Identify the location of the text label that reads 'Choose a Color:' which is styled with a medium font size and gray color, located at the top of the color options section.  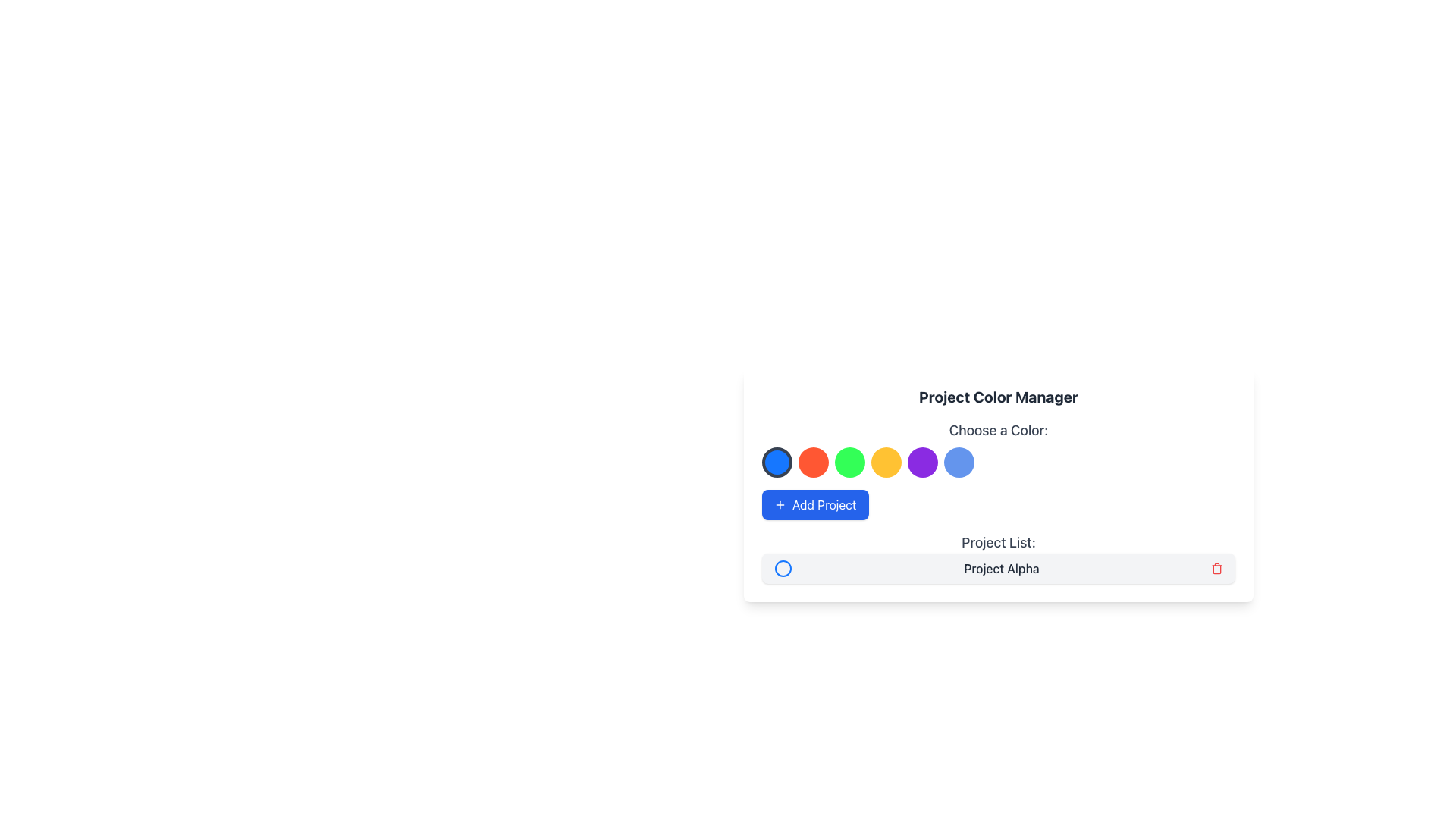
(998, 430).